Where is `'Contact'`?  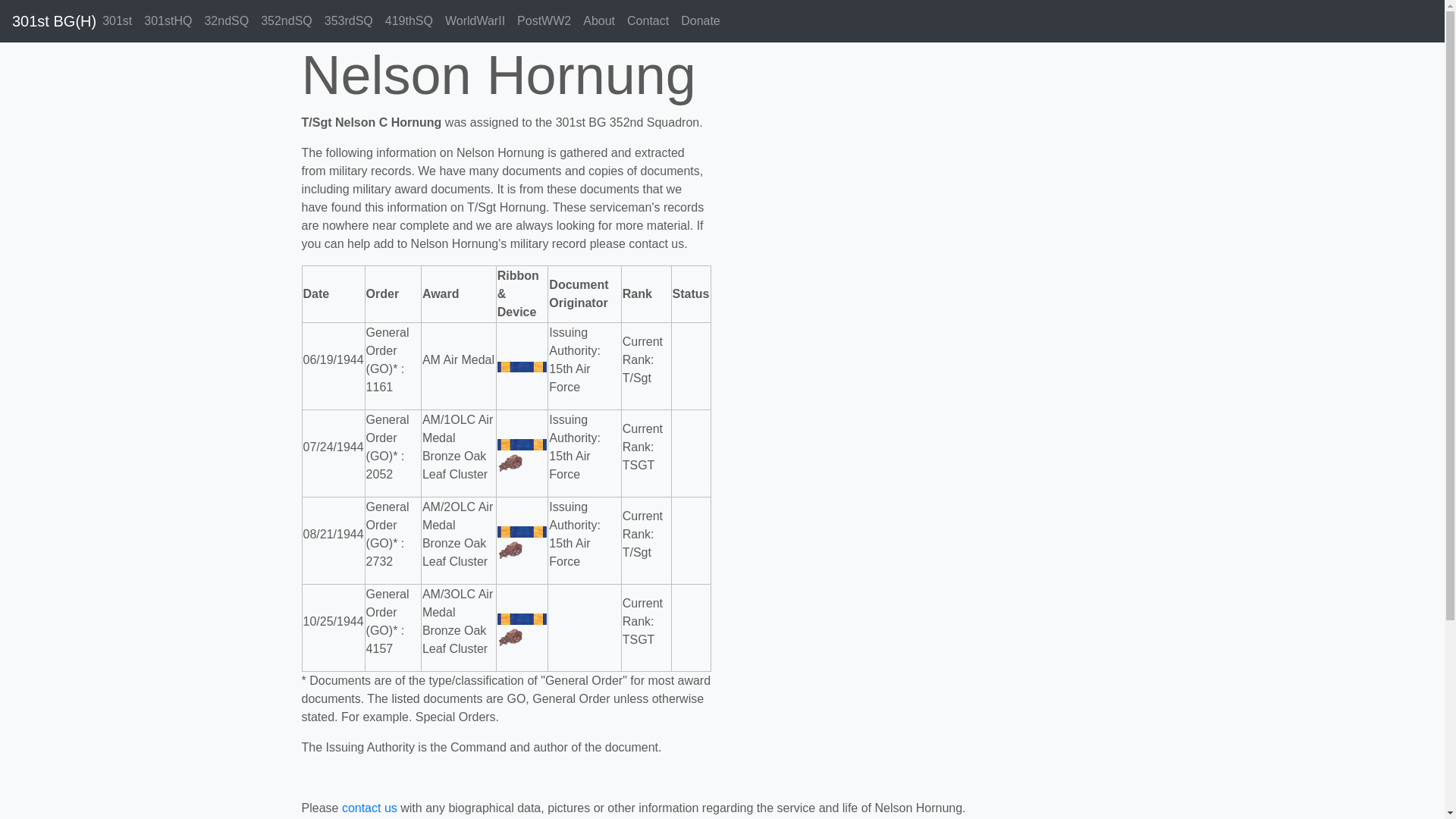 'Contact' is located at coordinates (648, 20).